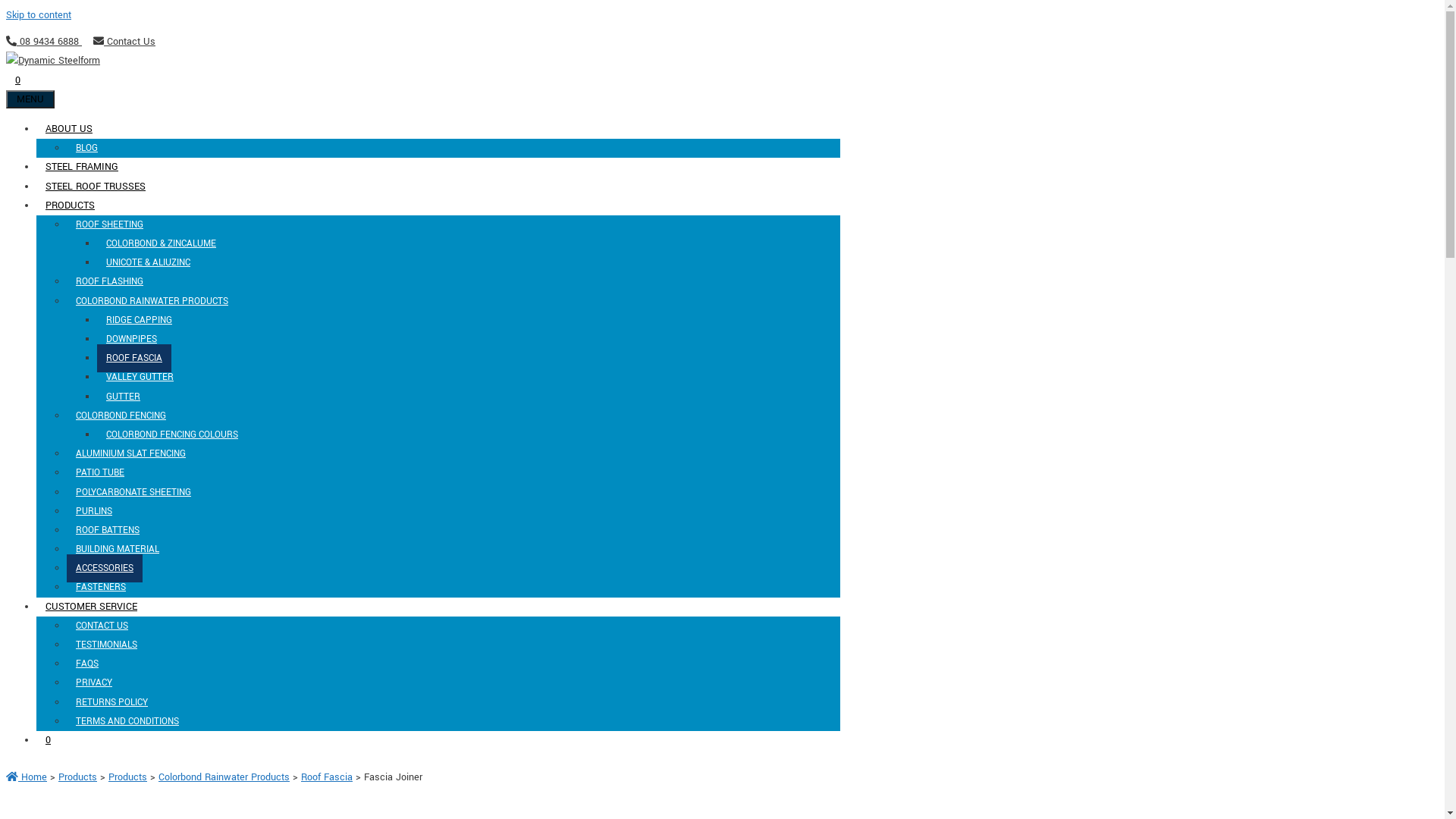 Image resolution: width=1456 pixels, height=819 pixels. I want to click on 'MENU', so click(6, 99).